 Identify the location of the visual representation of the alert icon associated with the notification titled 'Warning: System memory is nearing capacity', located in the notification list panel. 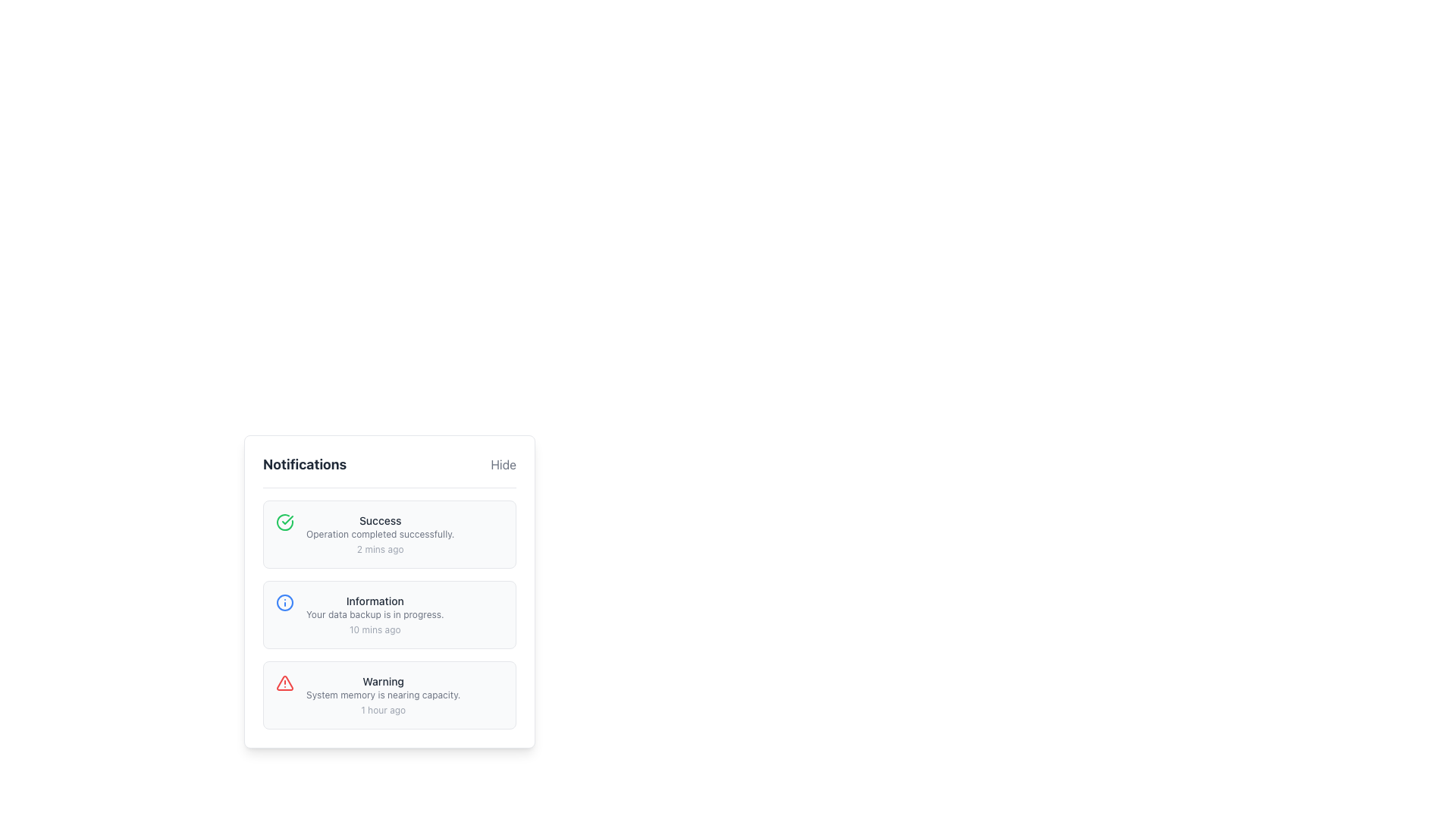
(284, 683).